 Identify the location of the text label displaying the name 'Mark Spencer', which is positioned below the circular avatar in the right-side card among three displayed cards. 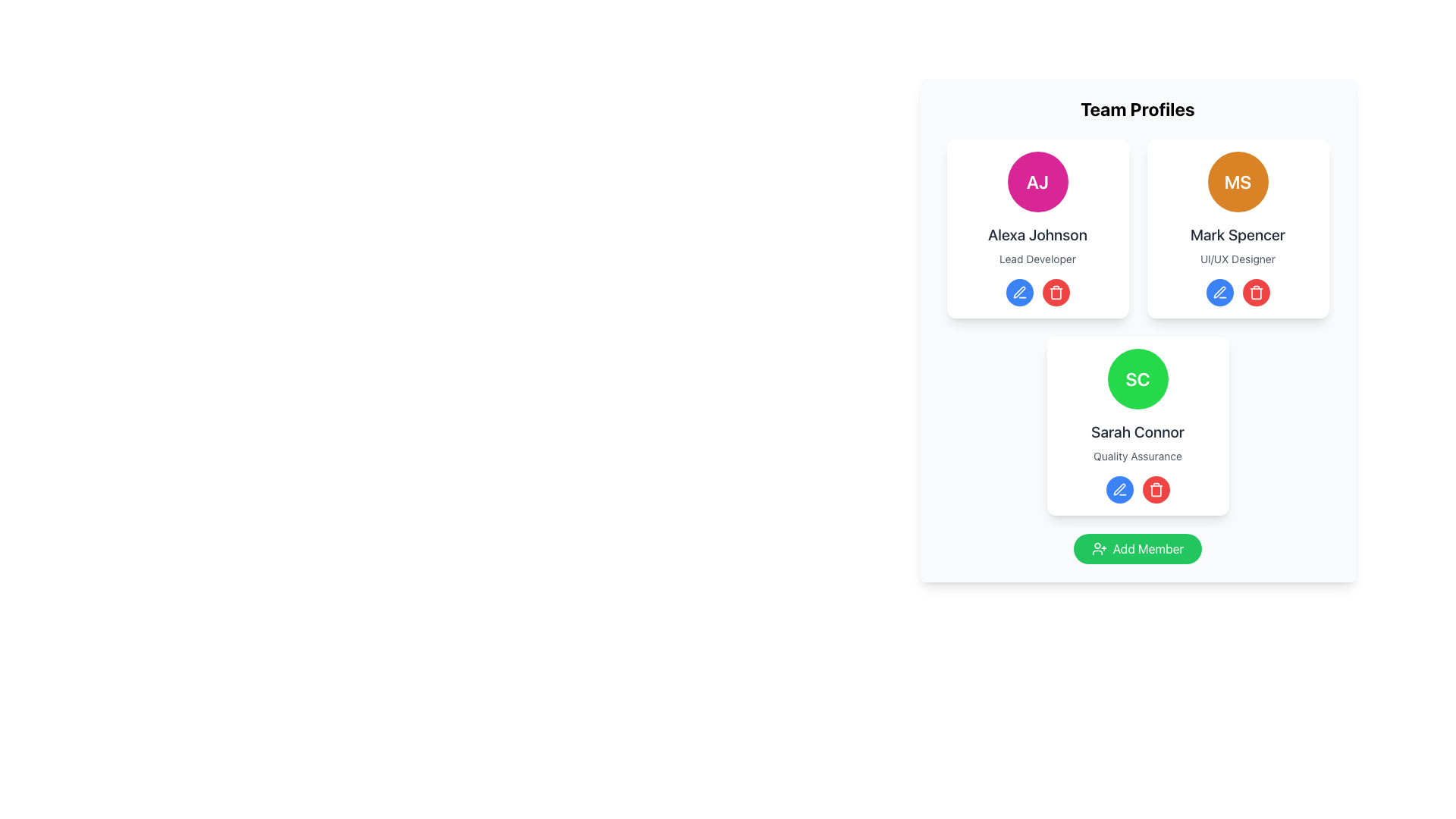
(1238, 234).